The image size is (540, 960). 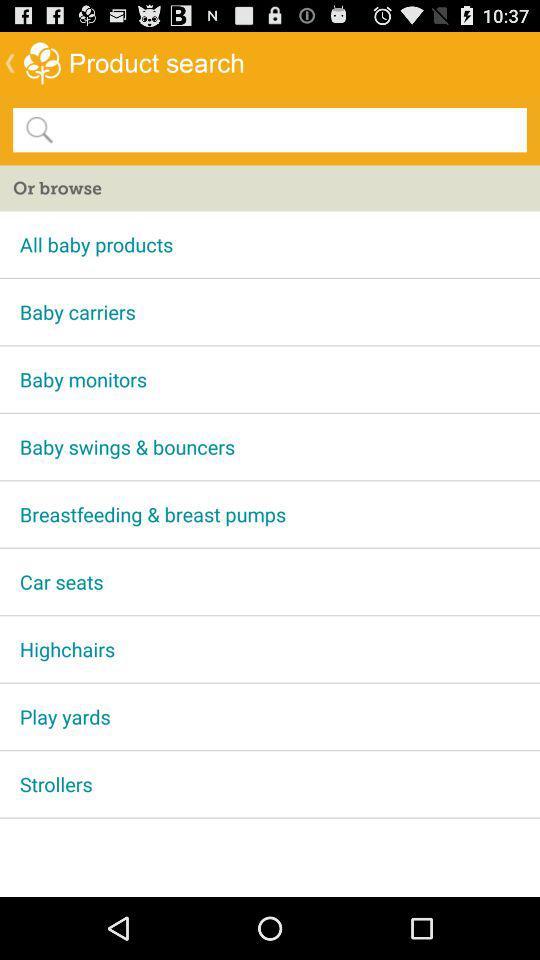 What do you see at coordinates (270, 648) in the screenshot?
I see `the app above the play yards` at bounding box center [270, 648].